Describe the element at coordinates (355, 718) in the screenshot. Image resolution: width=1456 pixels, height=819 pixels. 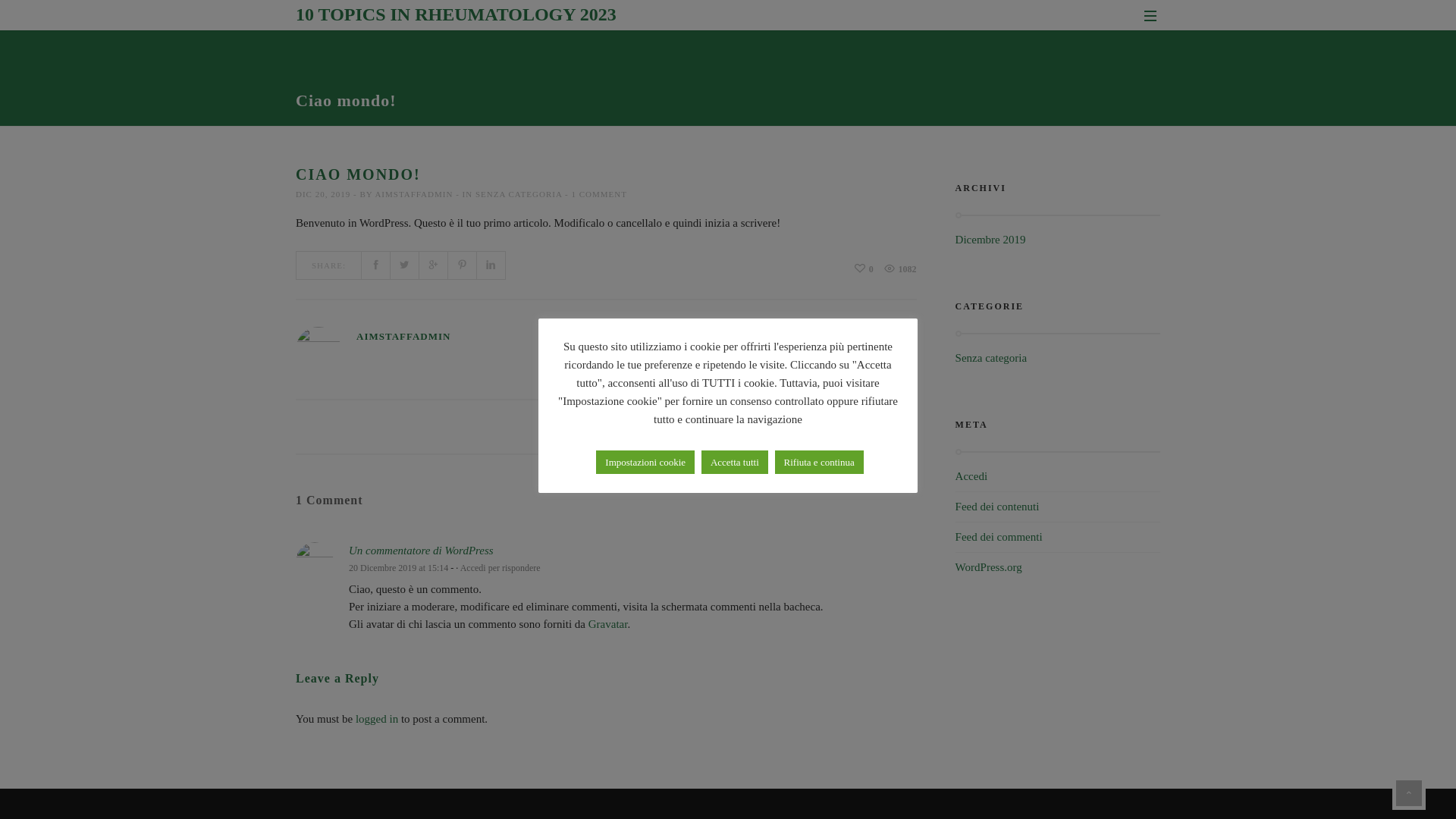
I see `'logged in'` at that location.